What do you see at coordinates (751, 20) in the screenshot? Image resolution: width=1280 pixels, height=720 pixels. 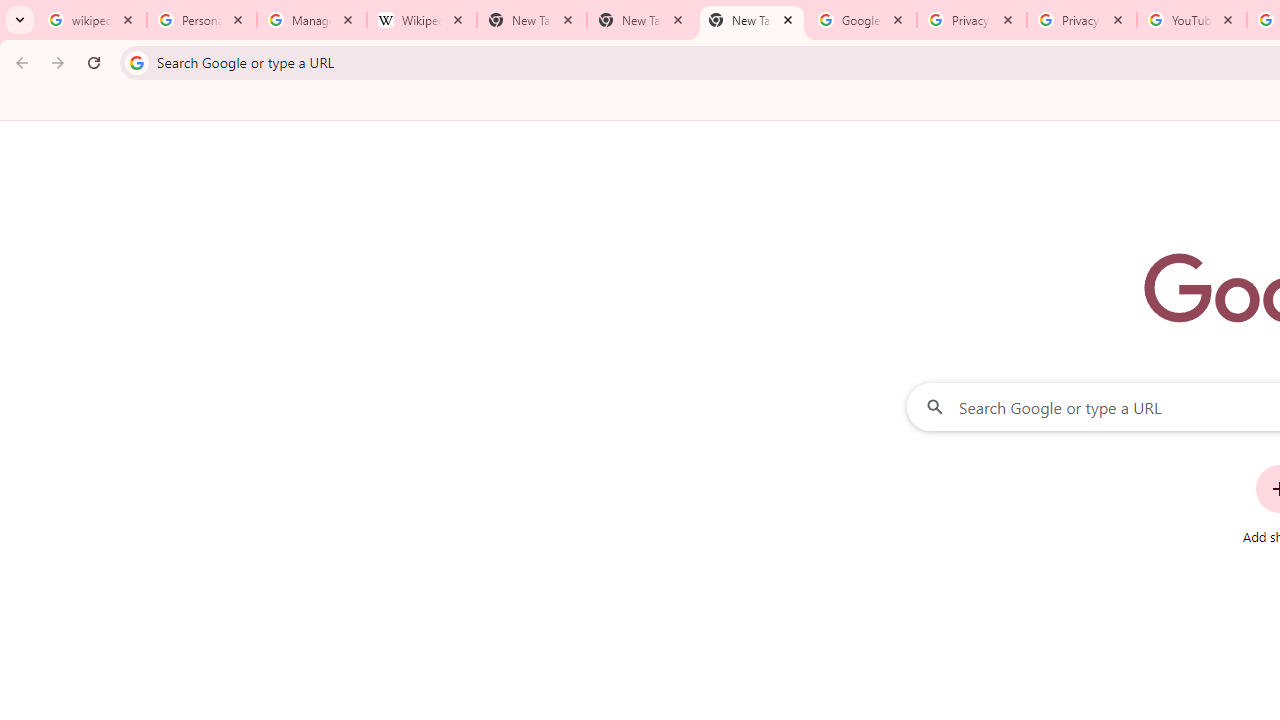 I see `'New Tab'` at bounding box center [751, 20].